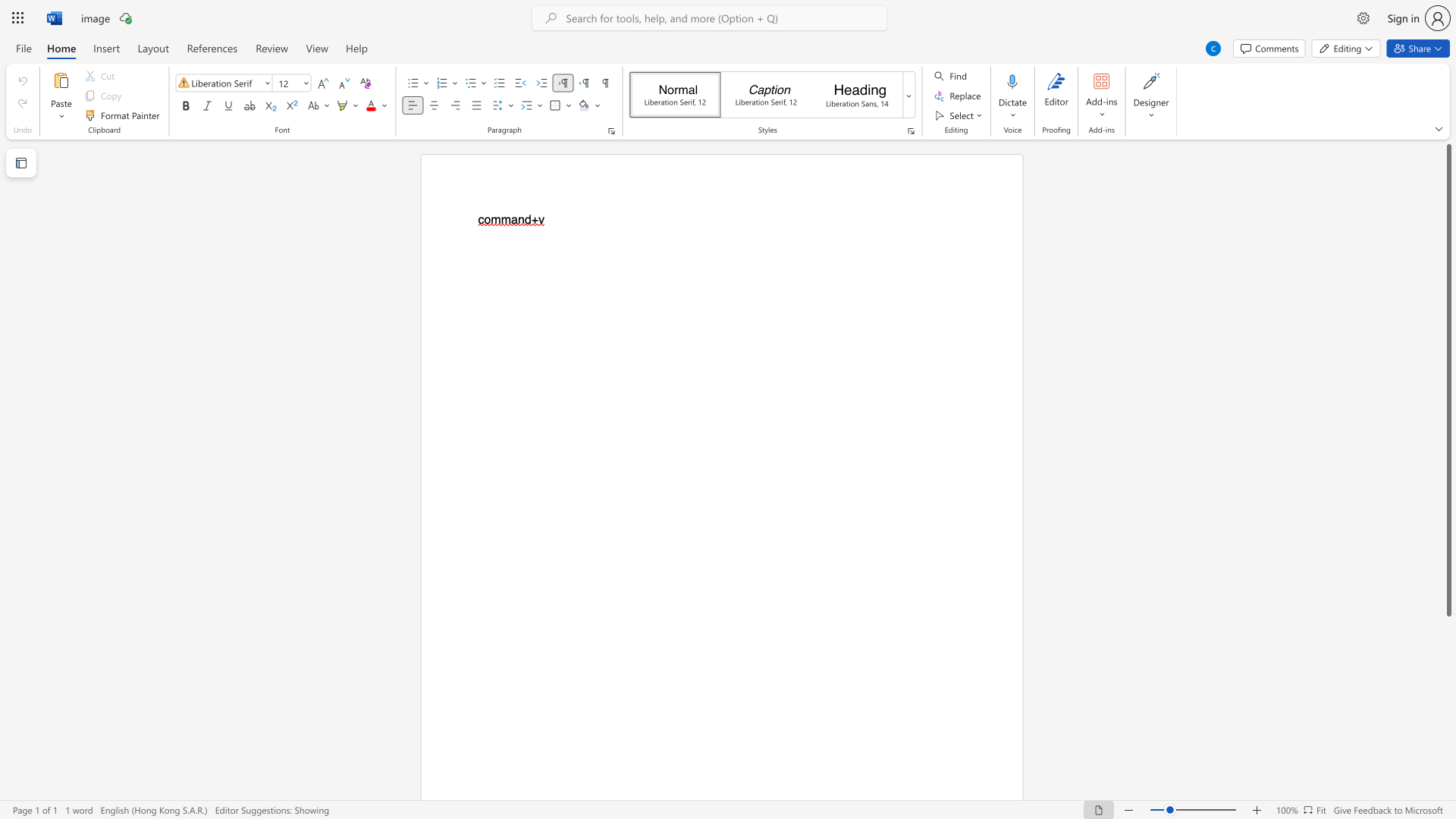  Describe the element at coordinates (1448, 719) in the screenshot. I see `the right-hand scrollbar to descend the page` at that location.